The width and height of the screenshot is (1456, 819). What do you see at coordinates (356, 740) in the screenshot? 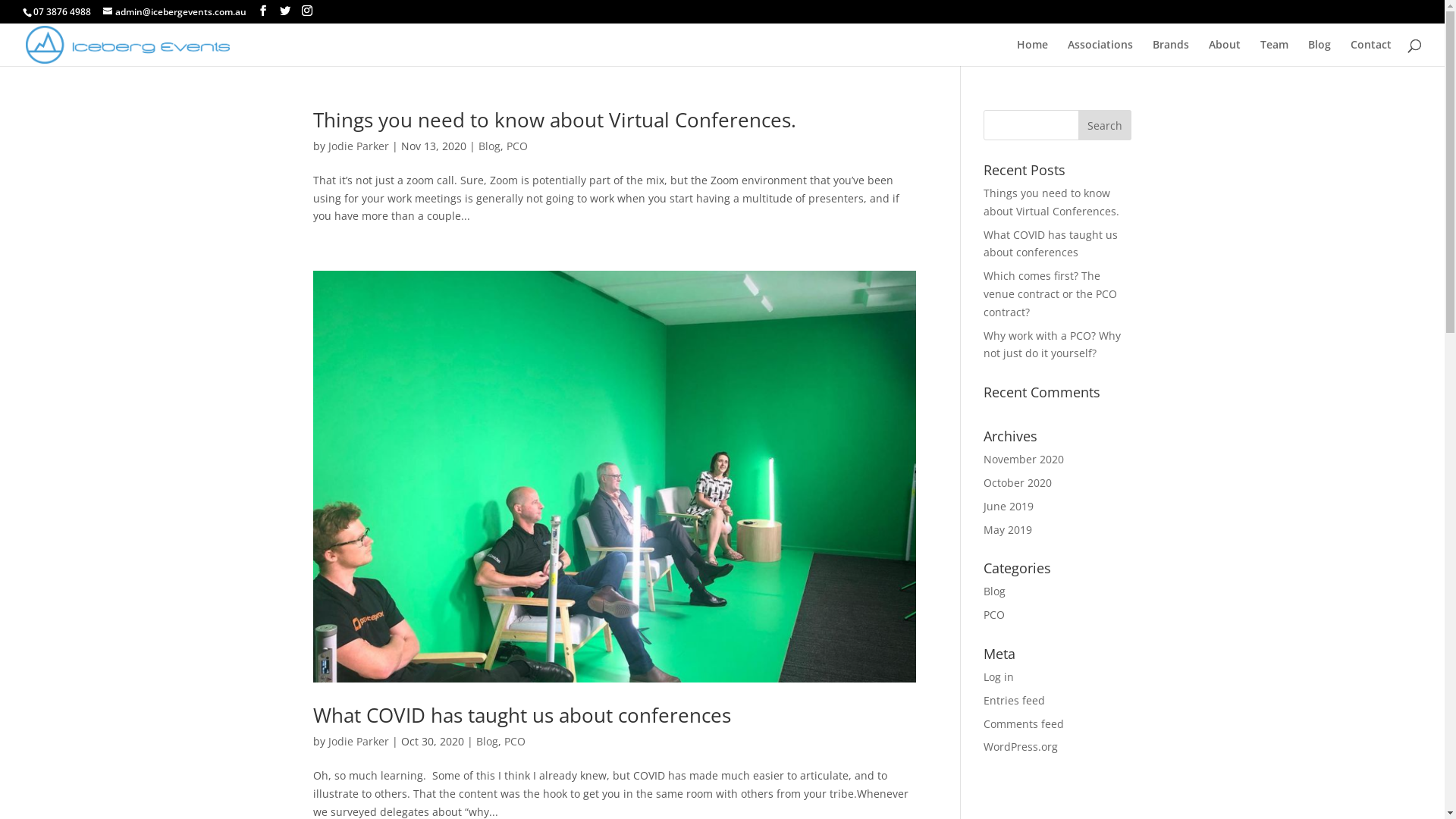
I see `'Jodie Parker'` at bounding box center [356, 740].